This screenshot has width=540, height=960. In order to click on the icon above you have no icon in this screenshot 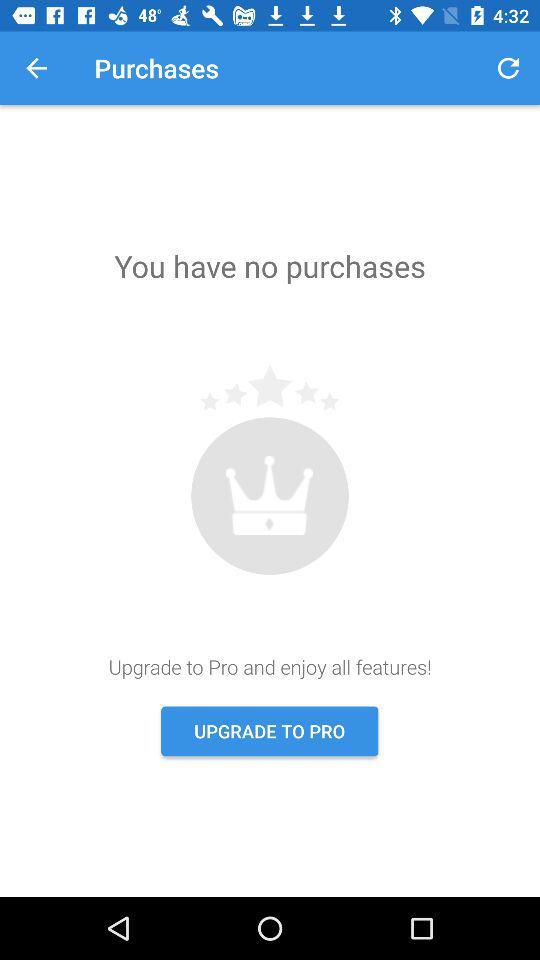, I will do `click(508, 68)`.